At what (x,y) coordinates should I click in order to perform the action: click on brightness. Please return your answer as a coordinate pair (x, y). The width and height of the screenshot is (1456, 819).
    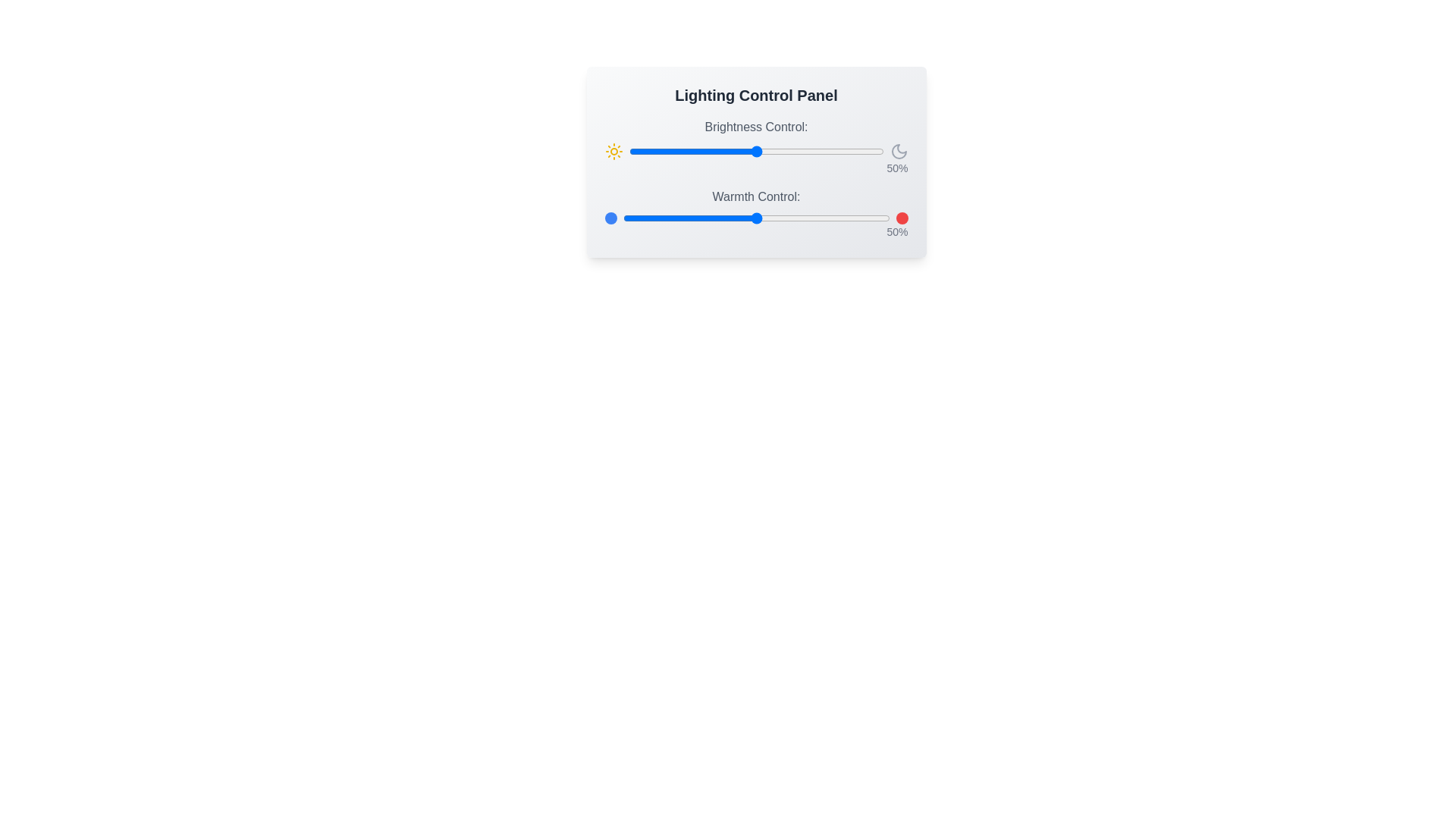
    Looking at the image, I should click on (701, 152).